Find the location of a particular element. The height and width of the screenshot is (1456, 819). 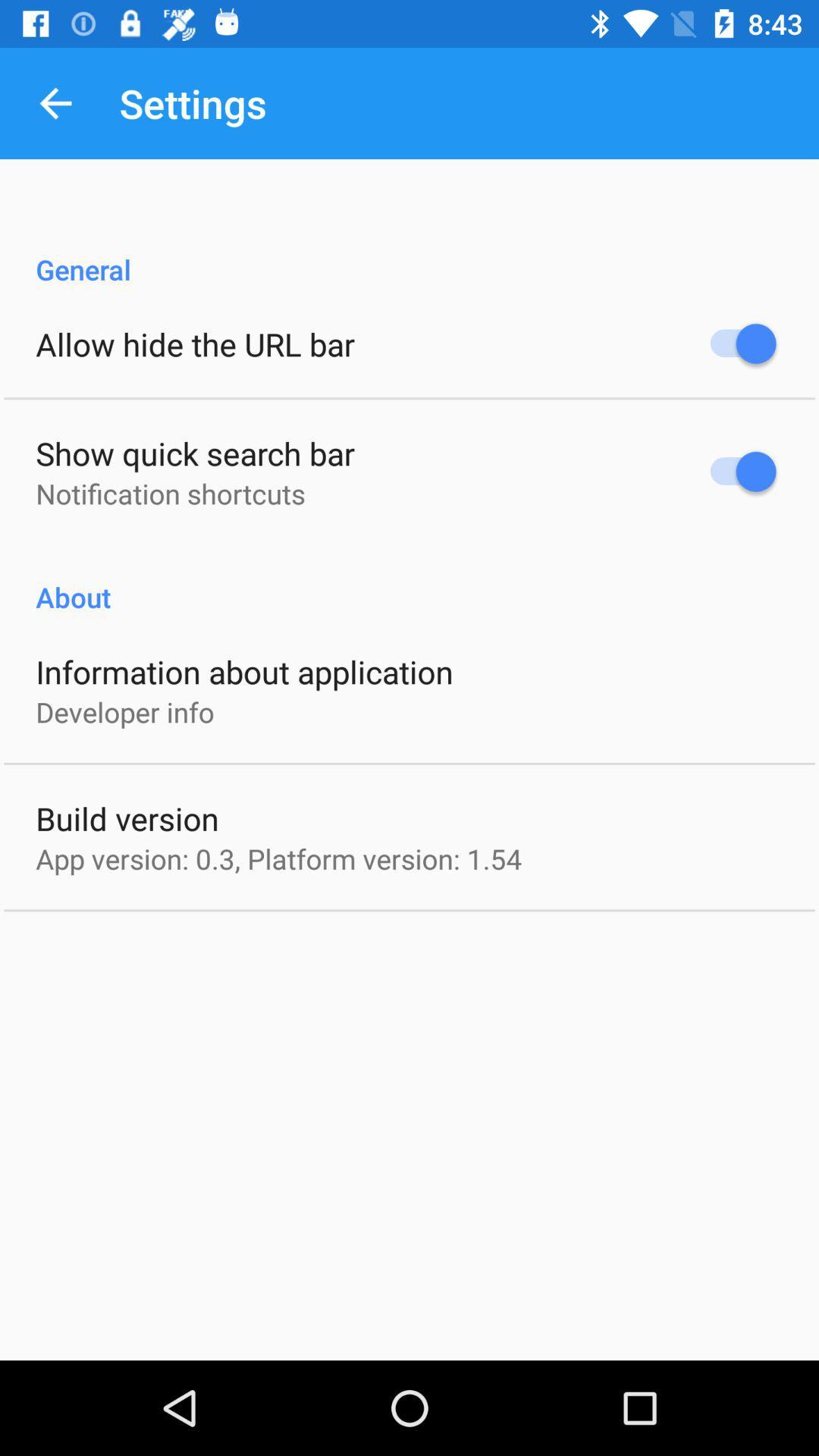

the icon below about item is located at coordinates (243, 670).